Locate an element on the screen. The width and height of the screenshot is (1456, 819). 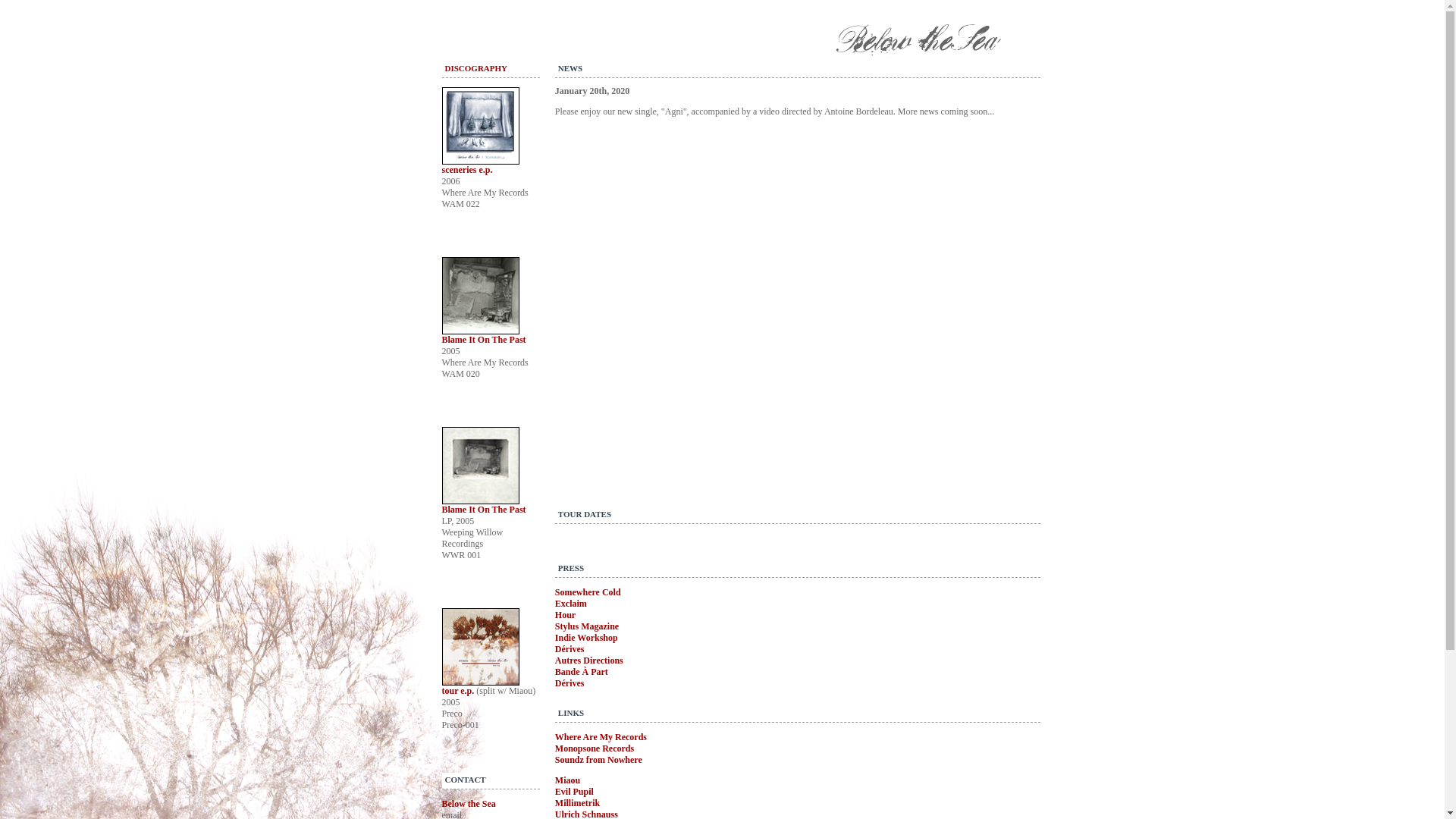
'Soundz from Nowhere' is located at coordinates (554, 760).